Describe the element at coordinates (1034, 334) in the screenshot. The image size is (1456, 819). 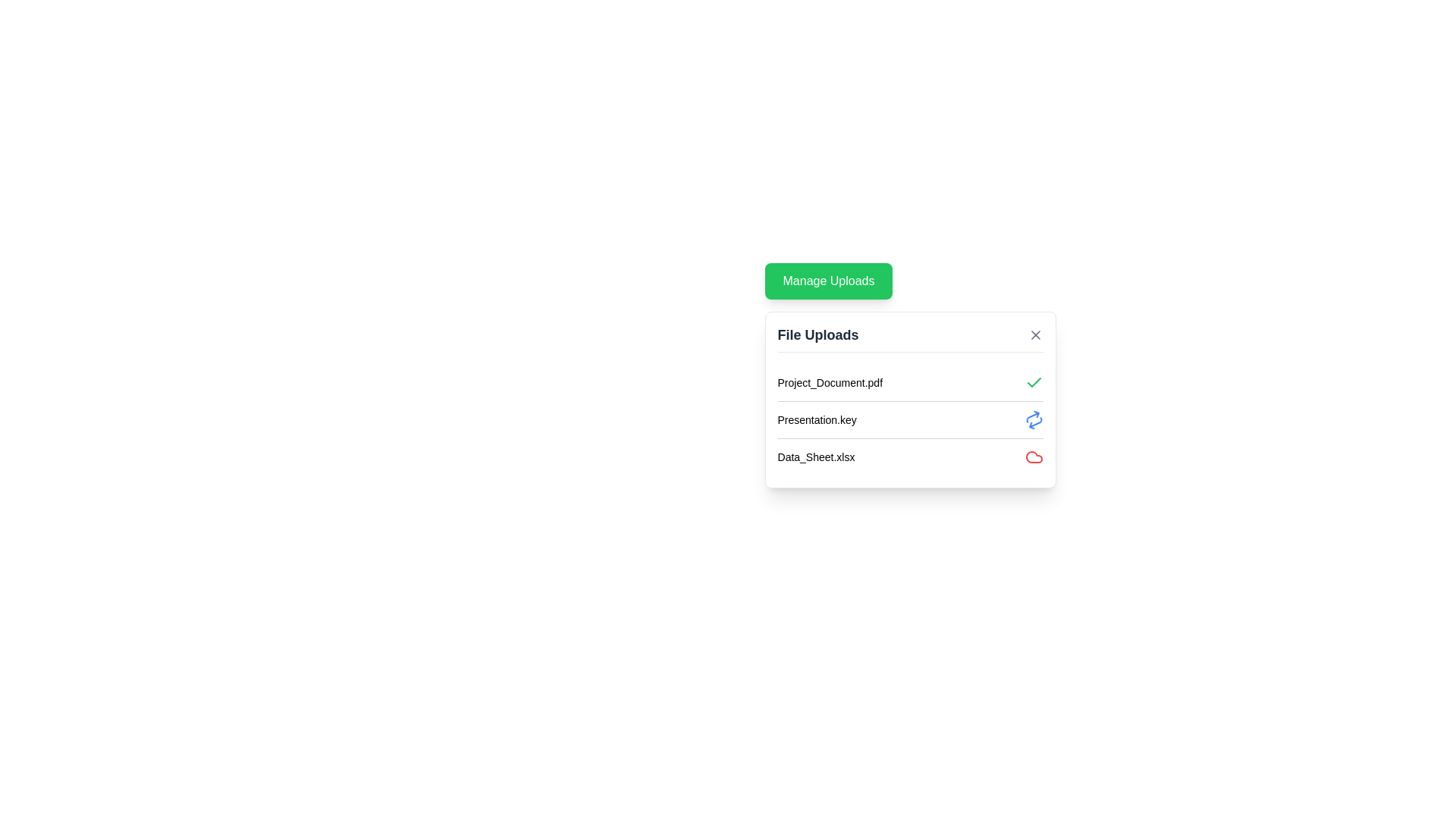
I see `the small 'X' icon button located in the header section of the 'File Uploads' card` at that location.